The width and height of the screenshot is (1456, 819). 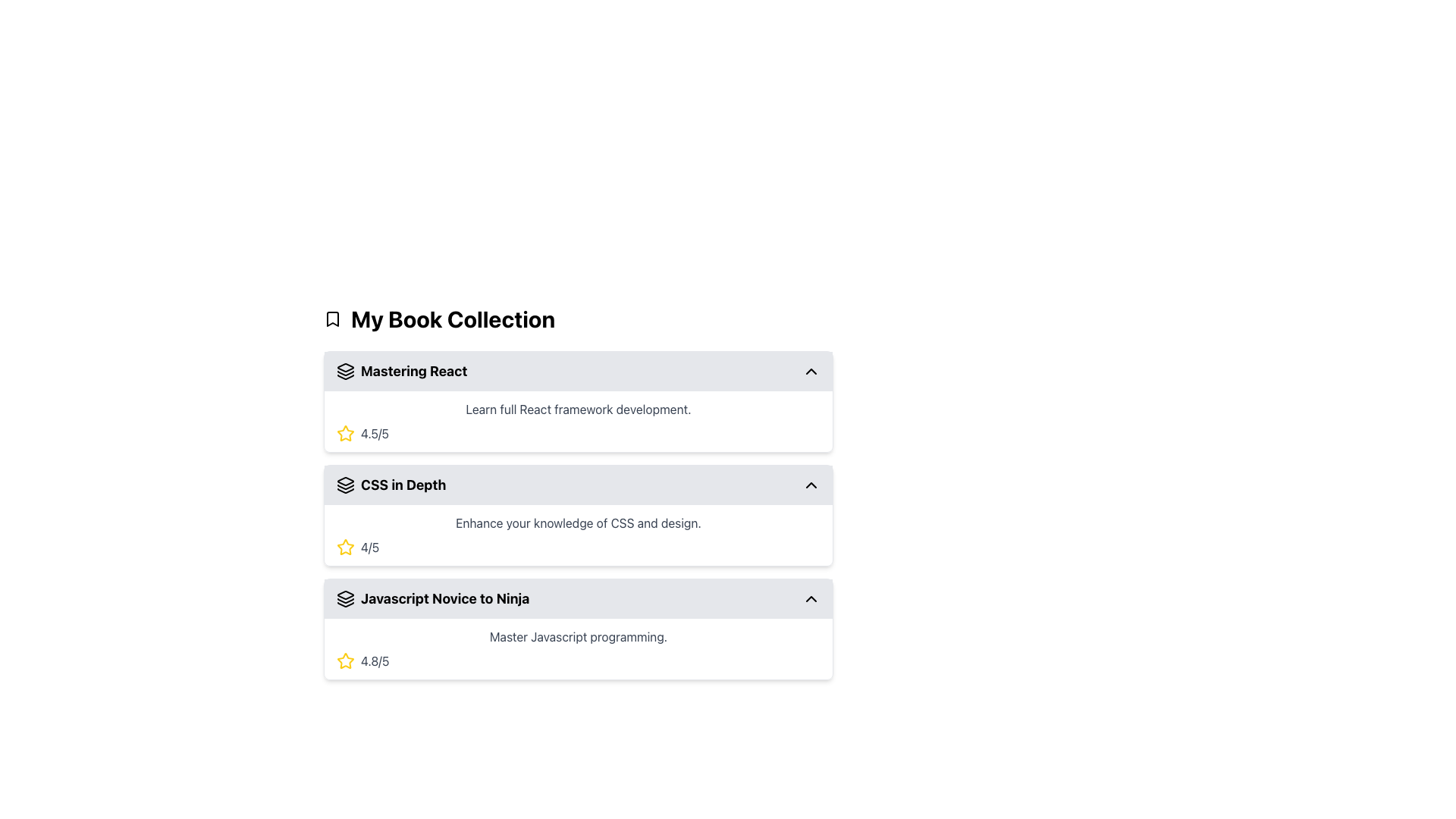 I want to click on the text element that reads 'Learn full React framework development,' which is styled in dark gray and positioned beneath the title 'Mastering React' in the 'My Book Collection' section, so click(x=578, y=409).